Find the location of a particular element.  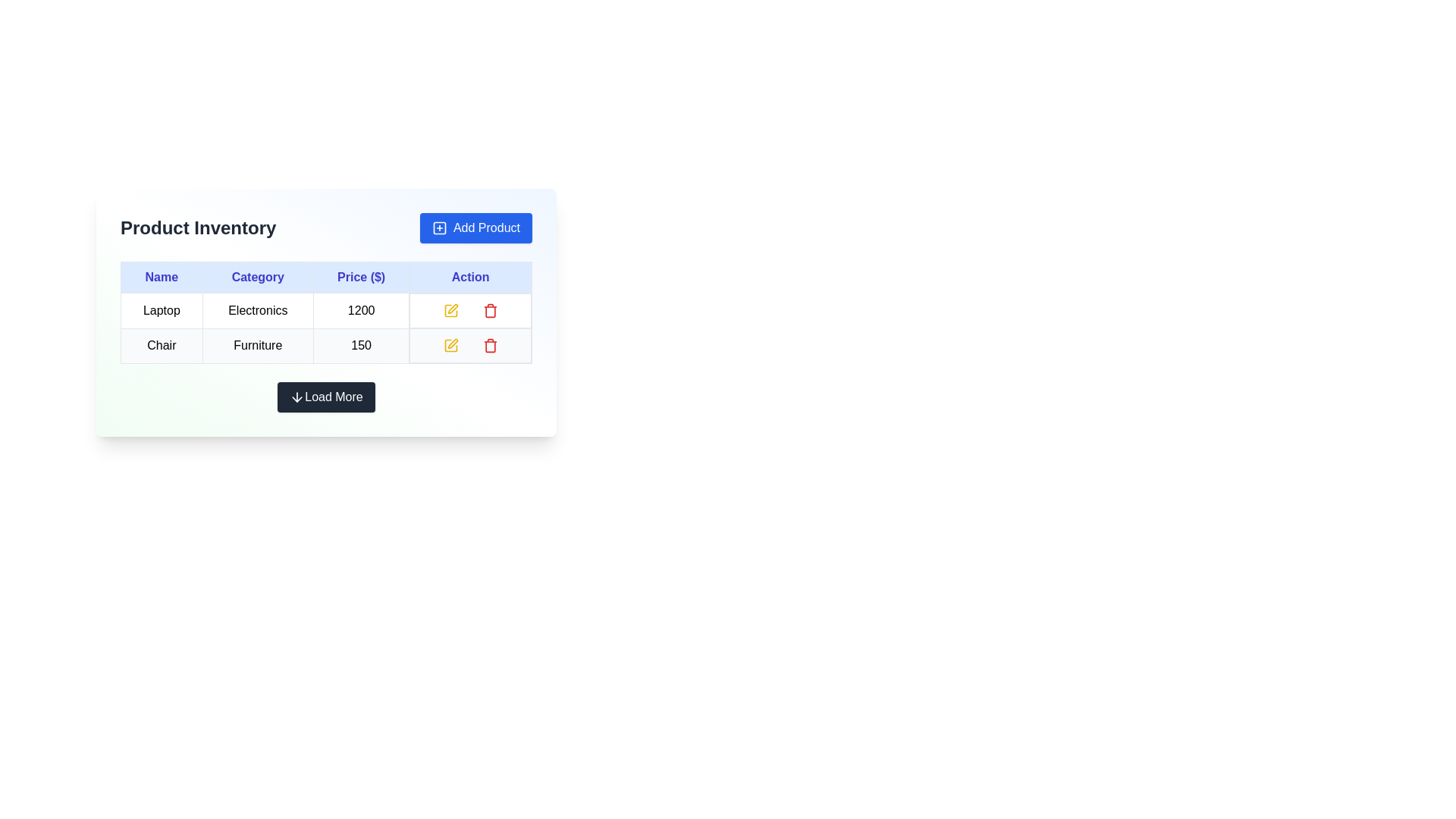

the 'Category' label in the header row of the table, which has a blue background and bold violet text, positioned between 'Name' and 'Price ($)' is located at coordinates (258, 278).